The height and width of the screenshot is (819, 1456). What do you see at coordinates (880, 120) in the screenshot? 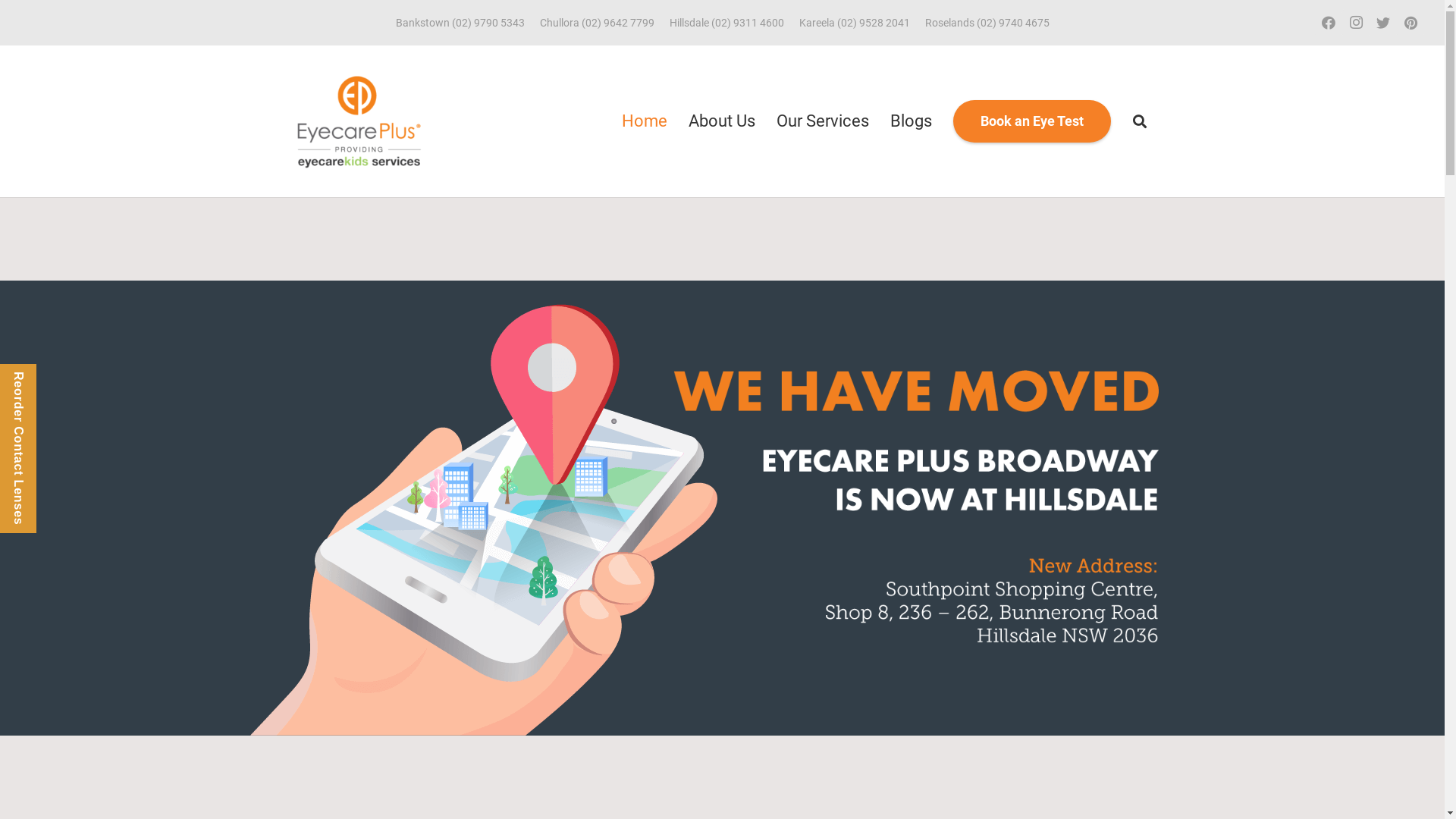
I see `'Blogs'` at bounding box center [880, 120].